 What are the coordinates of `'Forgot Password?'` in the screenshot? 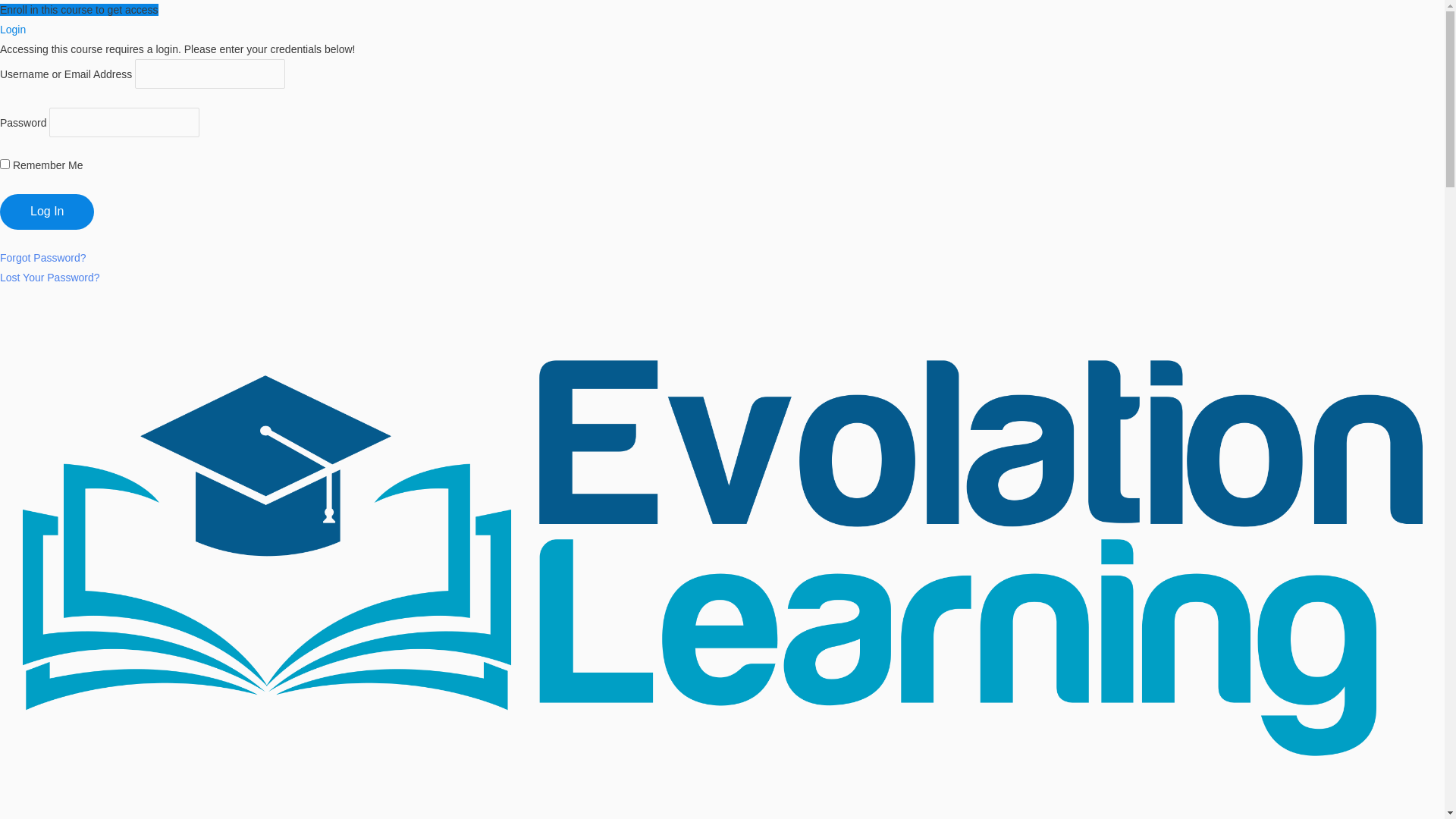 It's located at (43, 256).